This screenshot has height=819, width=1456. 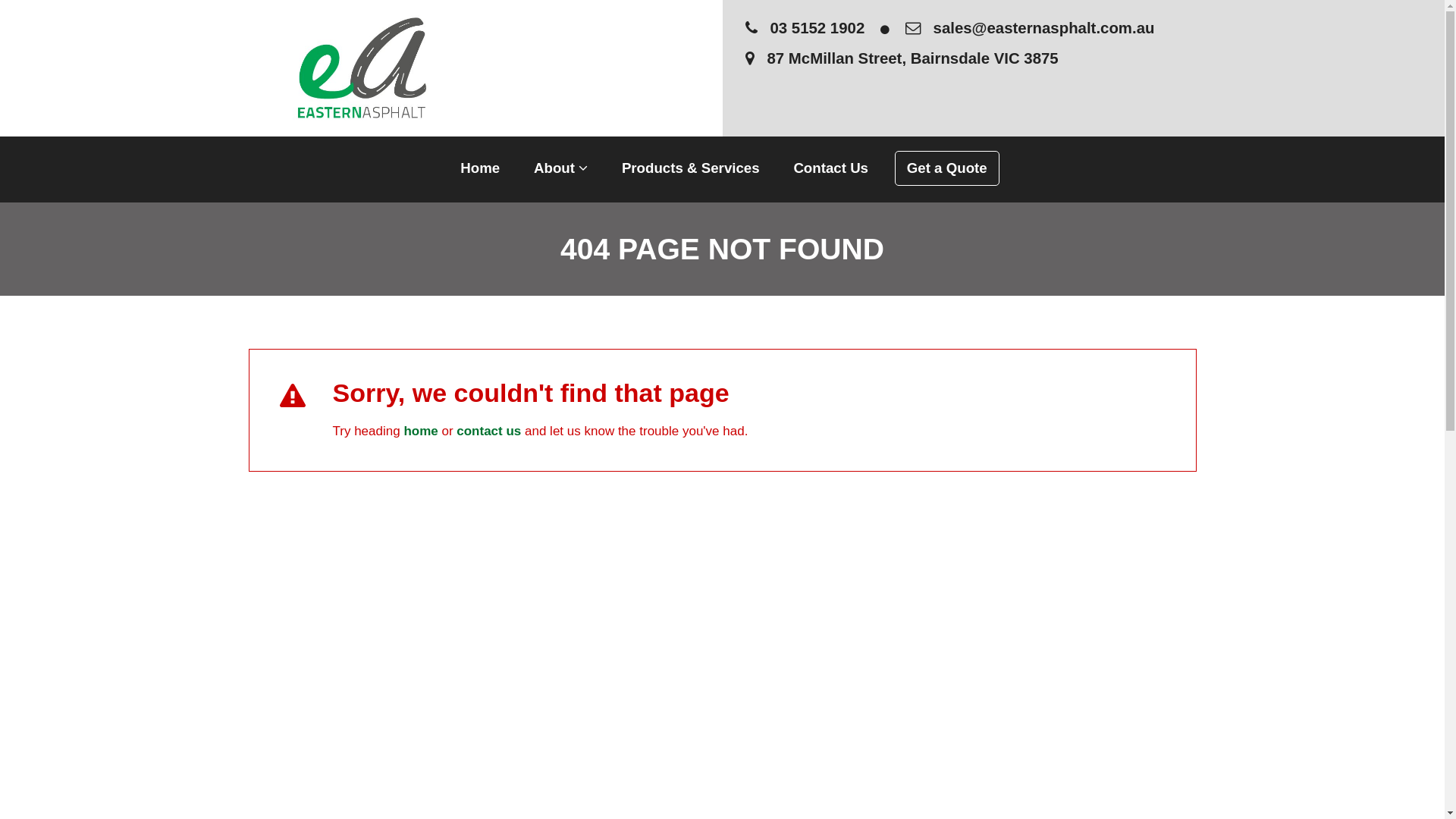 I want to click on '  sales@easternasphalt.com.au', so click(x=1030, y=28).